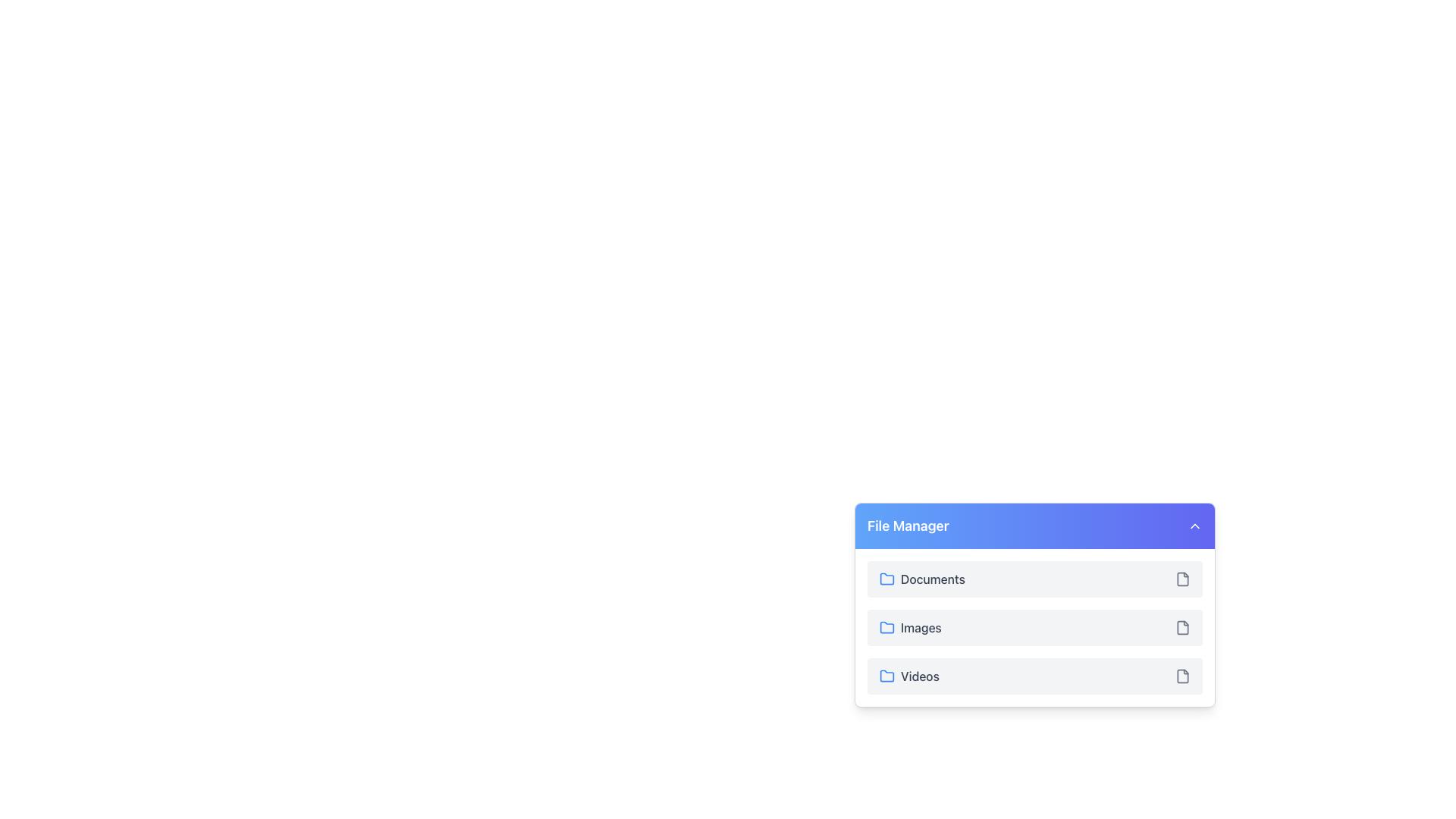  What do you see at coordinates (1034, 628) in the screenshot?
I see `the 'Images' section of the selectable card, which is the middle segment in a list of three sections labeled 'Documents', 'Images', and 'Videos'` at bounding box center [1034, 628].